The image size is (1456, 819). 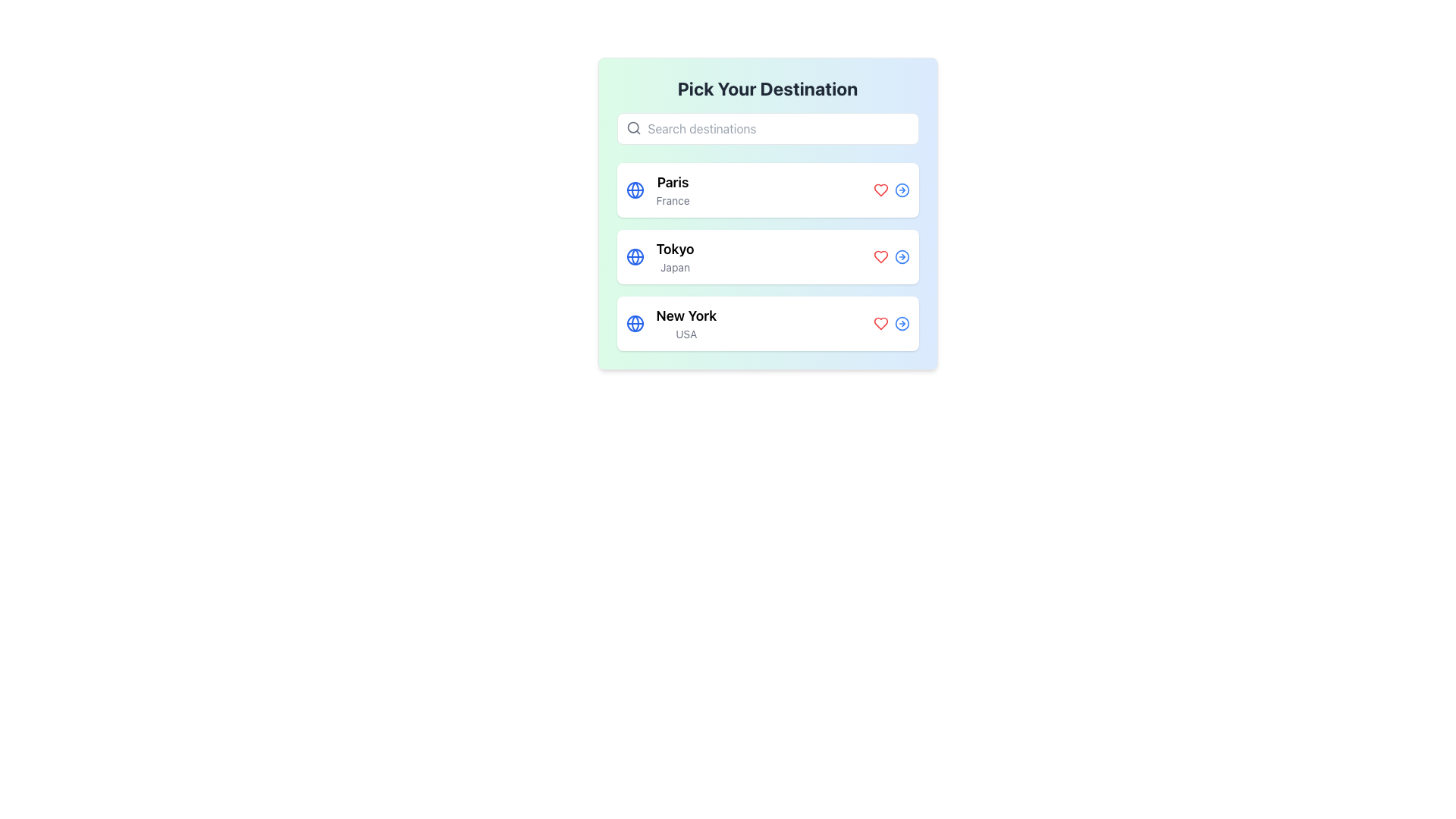 I want to click on the navigation button located to the far right of the 'New York' item within the vertical list, adjacent to the red heart icon, so click(x=902, y=323).